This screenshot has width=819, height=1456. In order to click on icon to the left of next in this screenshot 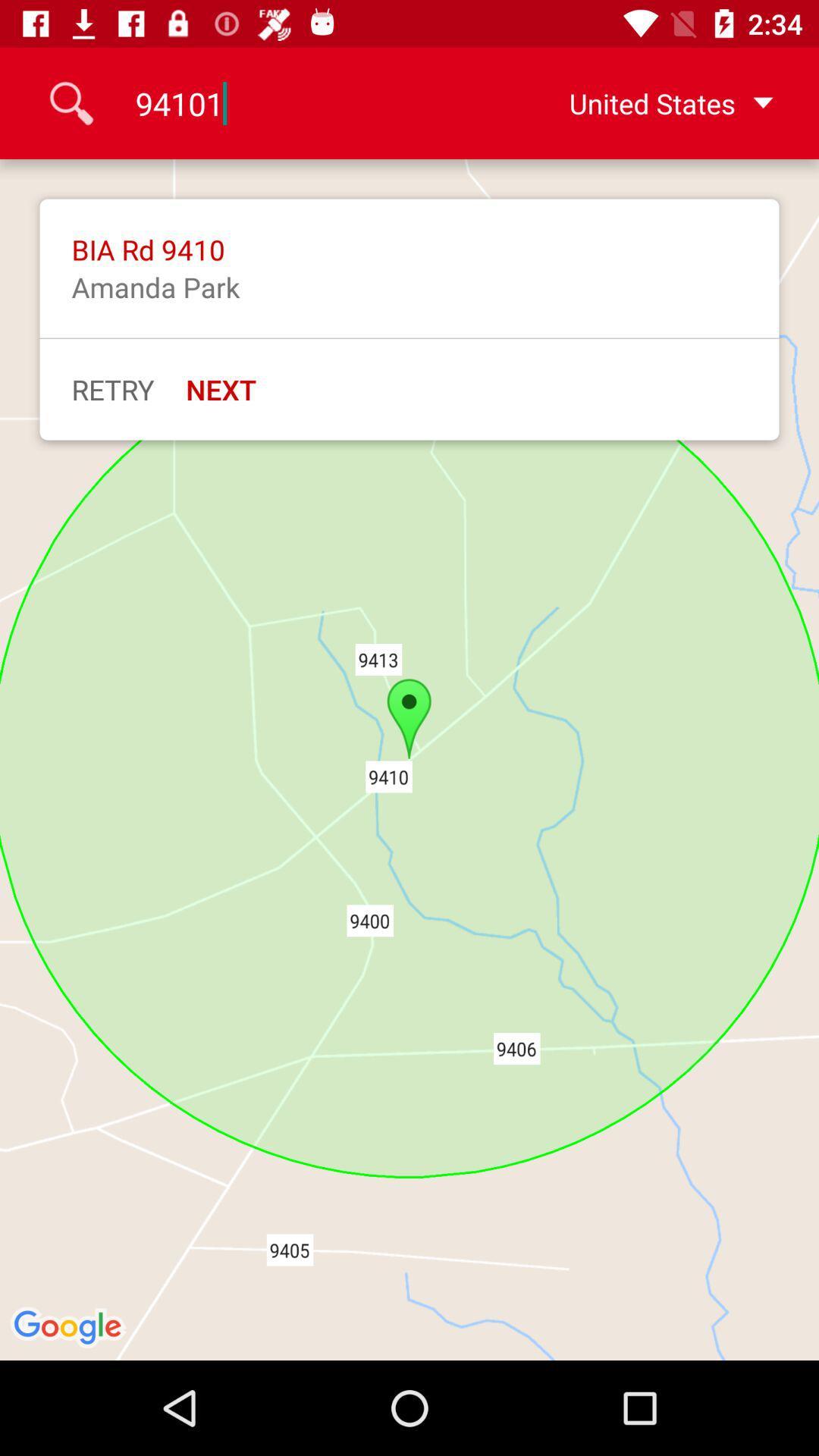, I will do `click(111, 389)`.